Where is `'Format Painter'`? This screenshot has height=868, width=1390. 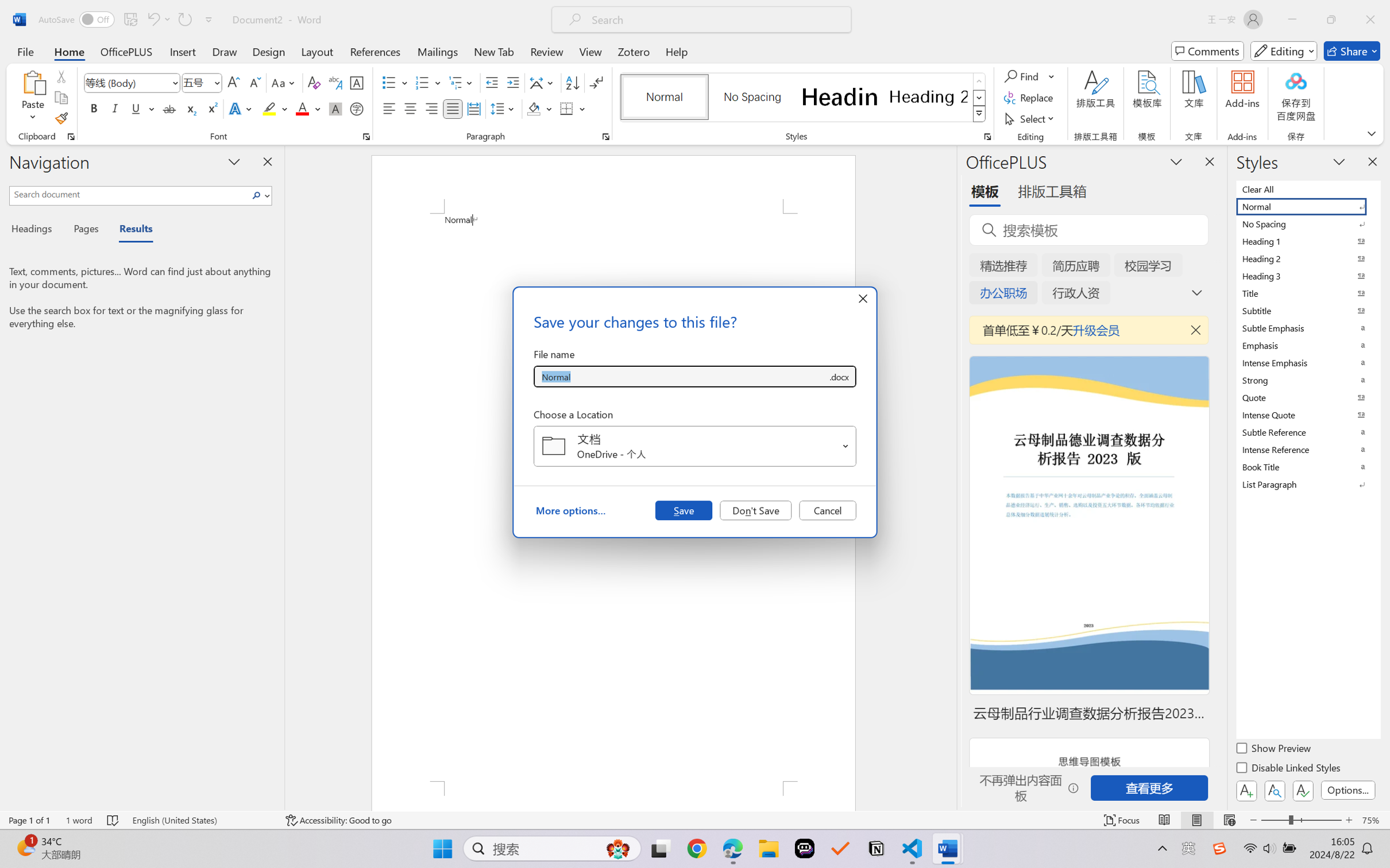 'Format Painter' is located at coordinates (60, 119).